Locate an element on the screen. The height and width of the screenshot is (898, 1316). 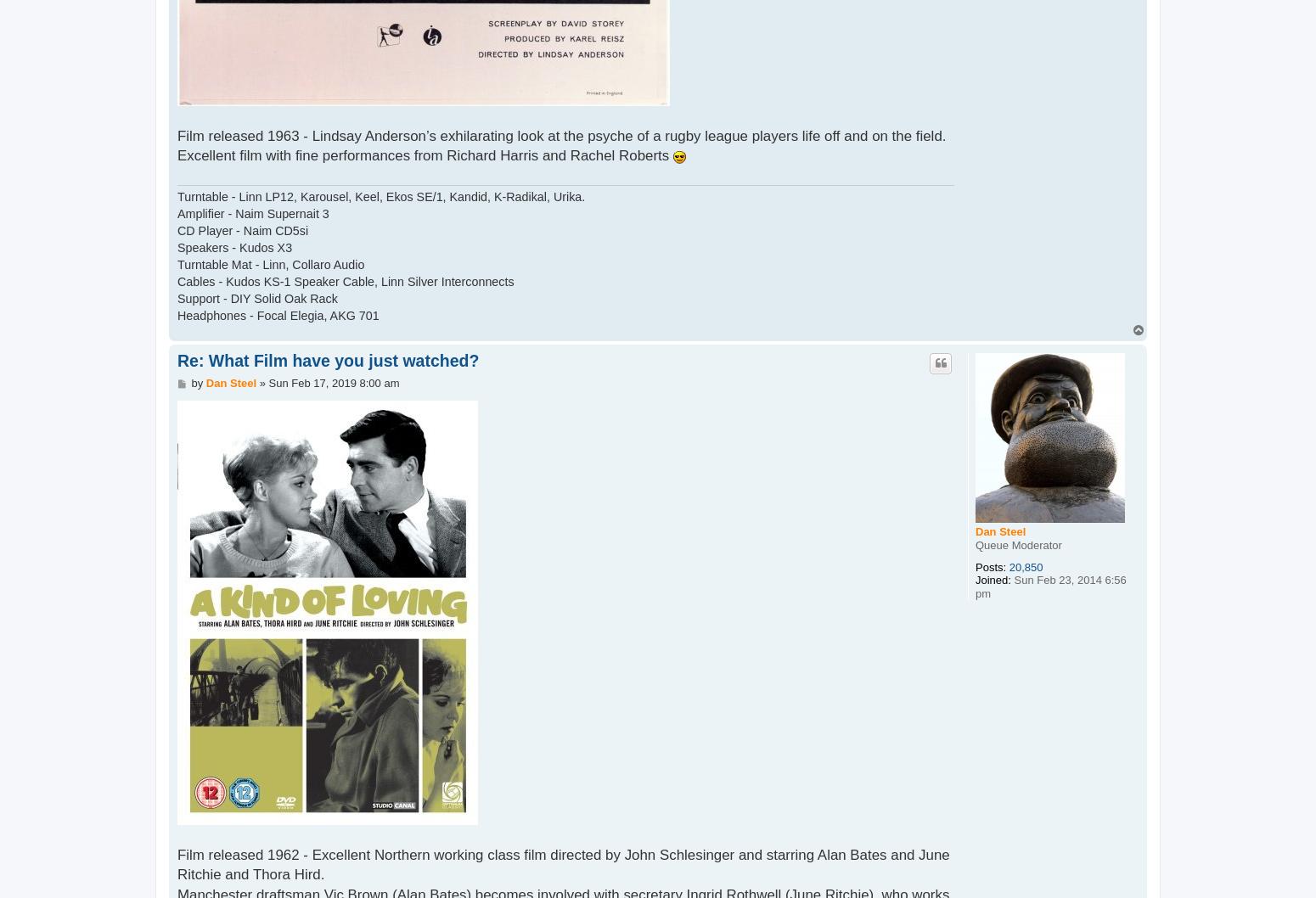
'Joined:' is located at coordinates (975, 579).